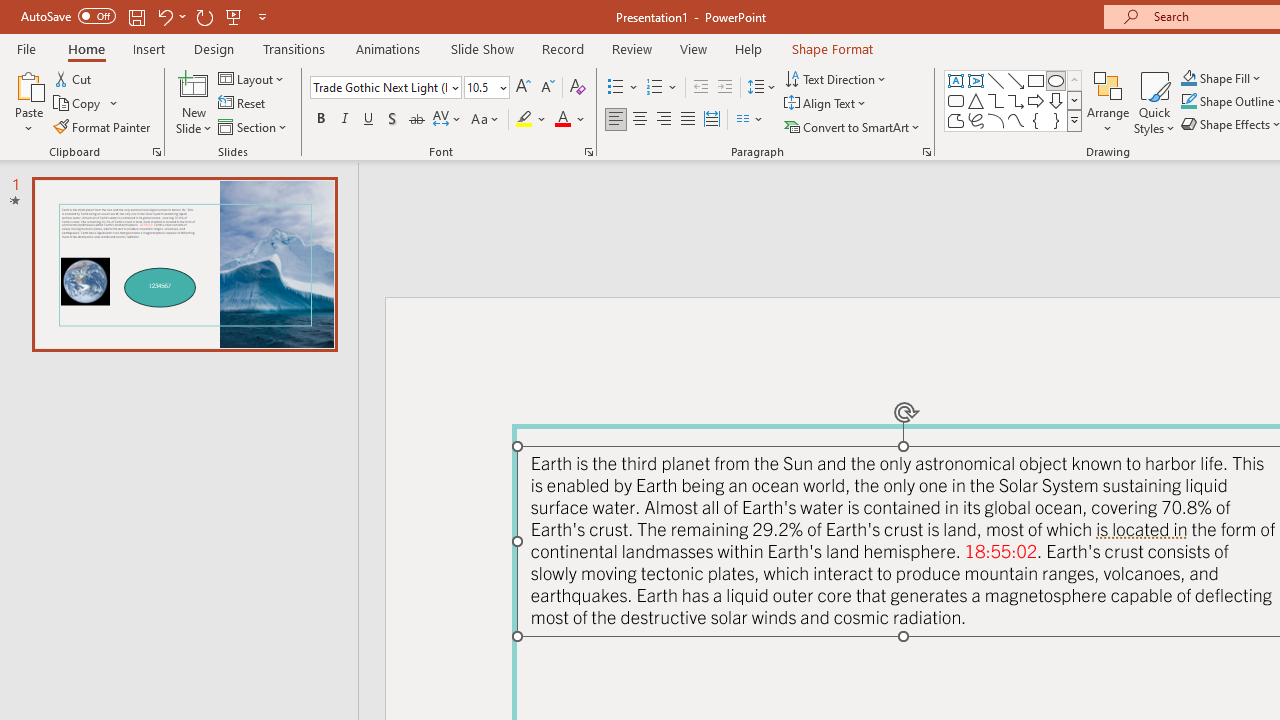 The width and height of the screenshot is (1280, 720). I want to click on 'Record', so click(561, 48).